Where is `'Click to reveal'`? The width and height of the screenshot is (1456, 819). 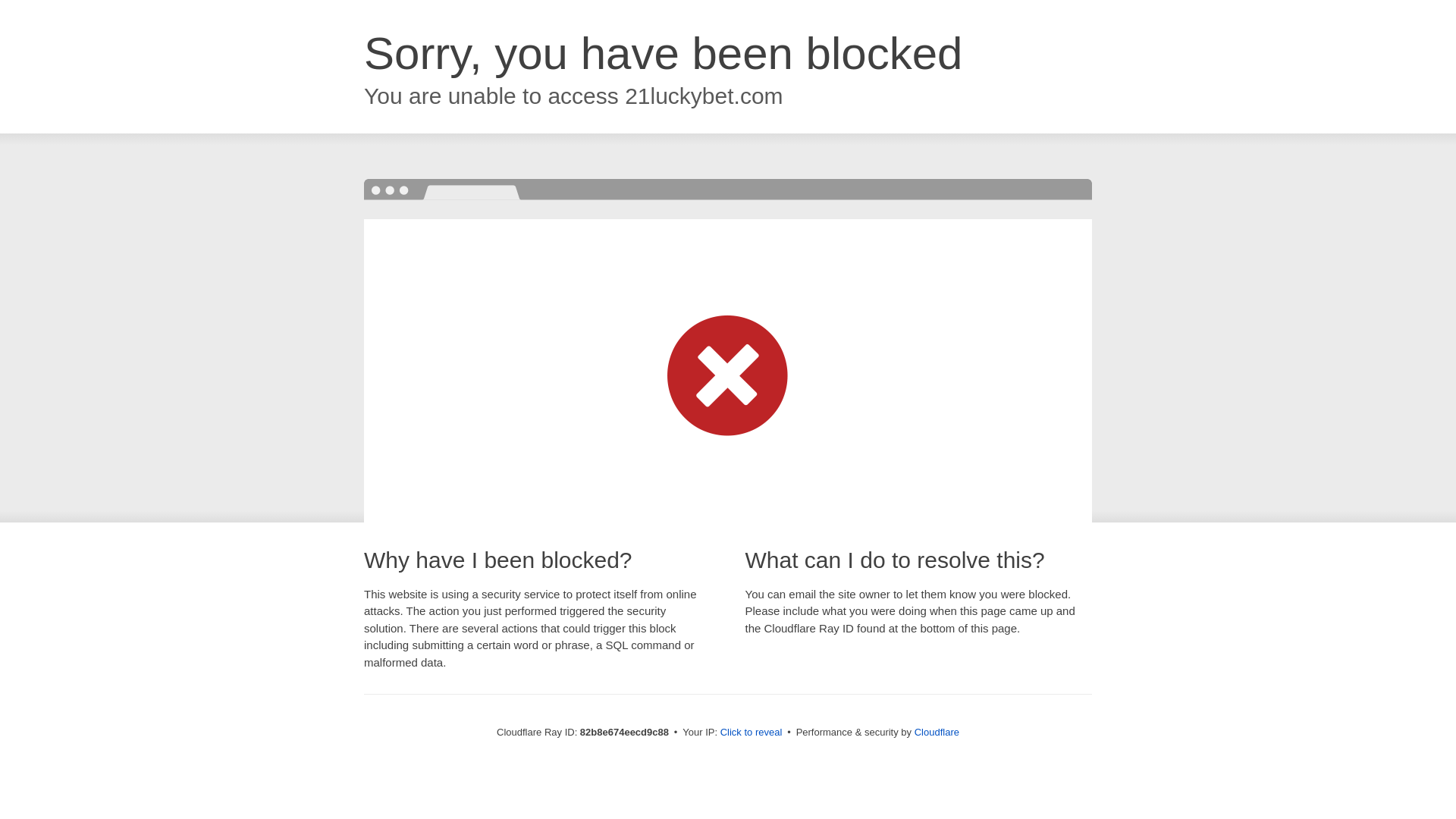 'Click to reveal' is located at coordinates (751, 731).